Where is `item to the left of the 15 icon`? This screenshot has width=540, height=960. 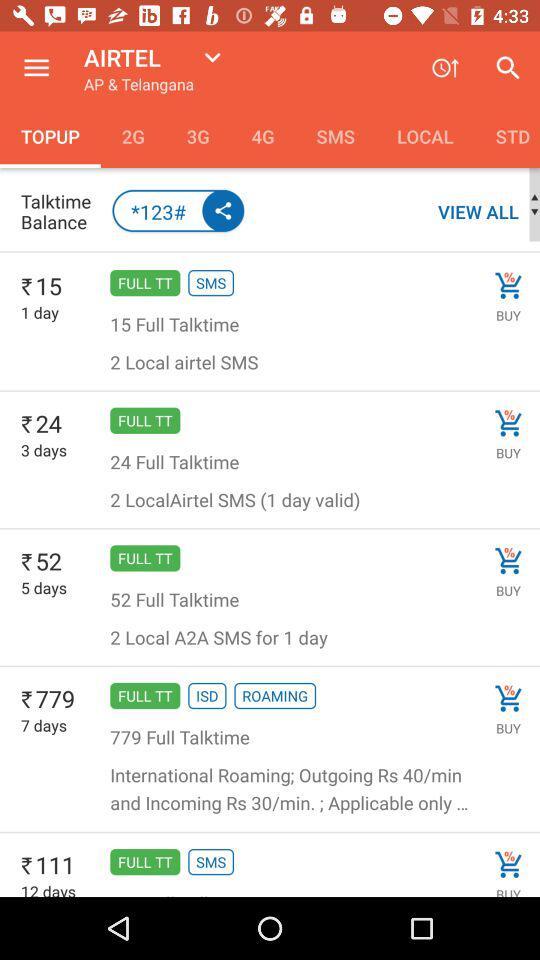
item to the left of the 15 icon is located at coordinates (26, 286).